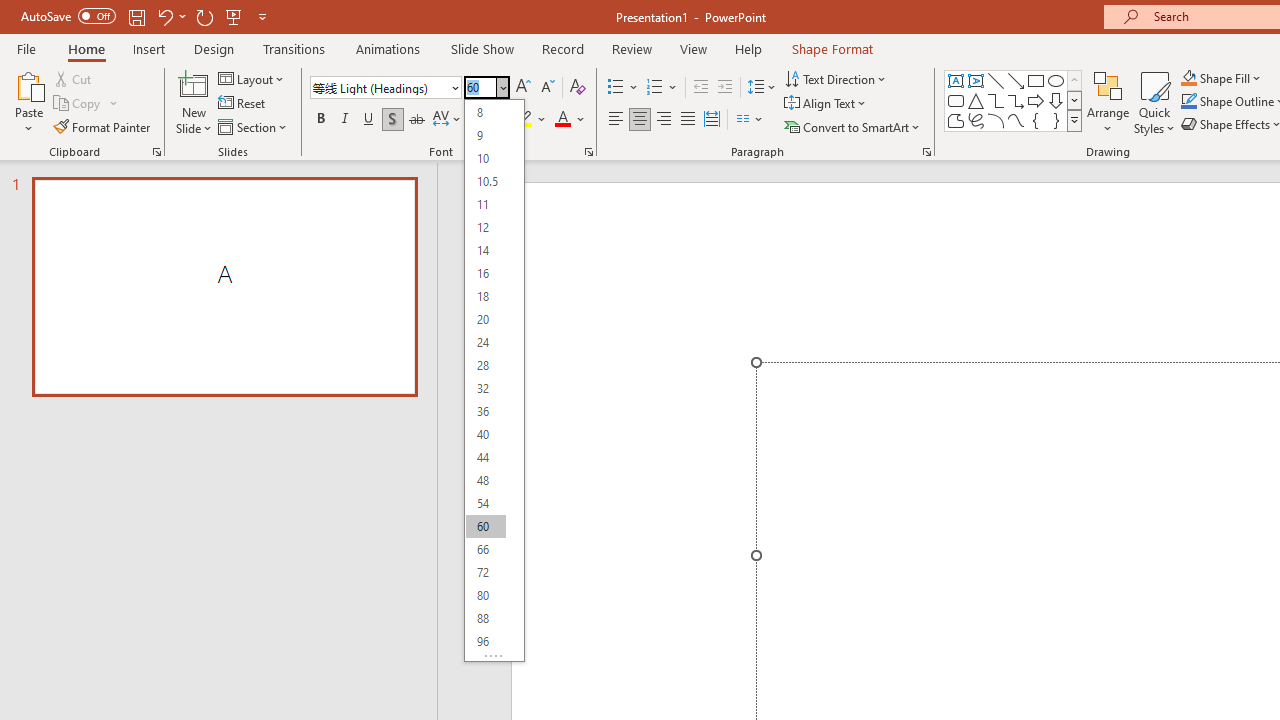  Describe the element at coordinates (485, 273) in the screenshot. I see `'16'` at that location.